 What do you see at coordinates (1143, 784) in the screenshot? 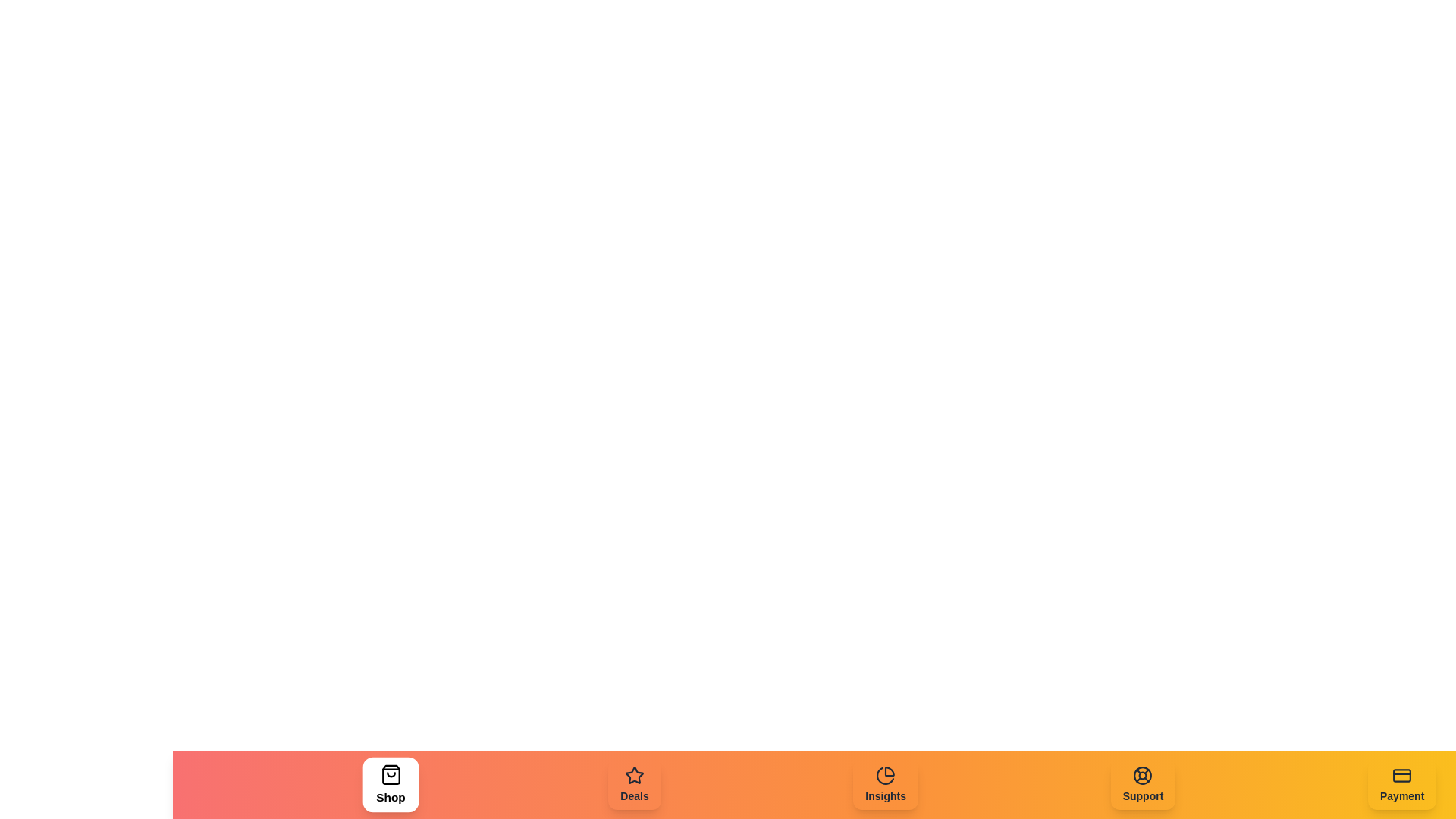
I see `the Support tab to navigate to its section` at bounding box center [1143, 784].